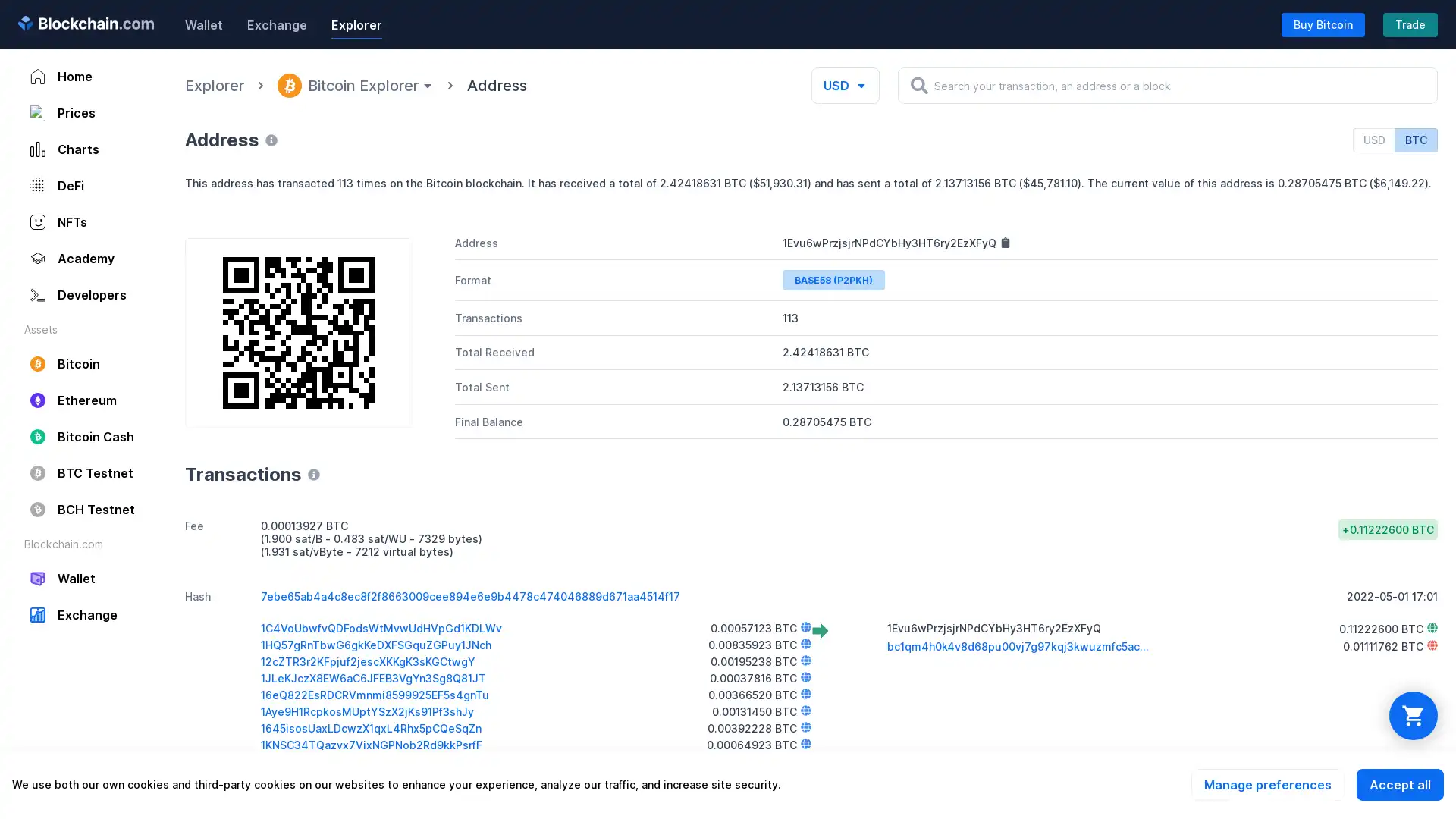 This screenshot has width=1456, height=819. Describe the element at coordinates (1323, 24) in the screenshot. I see `Buy Bitcoin` at that location.